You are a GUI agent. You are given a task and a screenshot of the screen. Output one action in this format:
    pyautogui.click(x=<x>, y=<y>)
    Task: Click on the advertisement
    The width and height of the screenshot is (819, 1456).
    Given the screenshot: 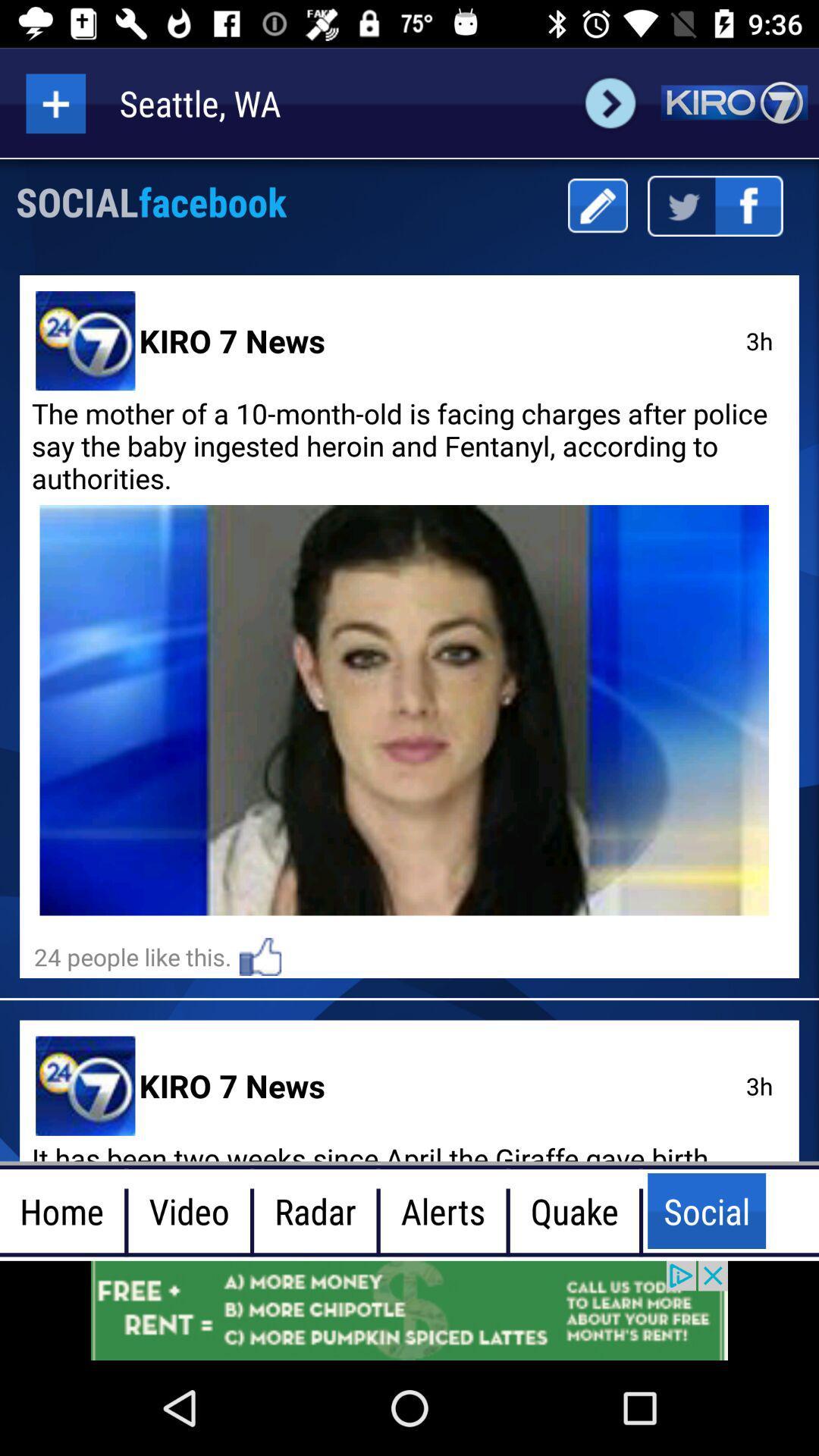 What is the action you would take?
    pyautogui.click(x=409, y=1310)
    